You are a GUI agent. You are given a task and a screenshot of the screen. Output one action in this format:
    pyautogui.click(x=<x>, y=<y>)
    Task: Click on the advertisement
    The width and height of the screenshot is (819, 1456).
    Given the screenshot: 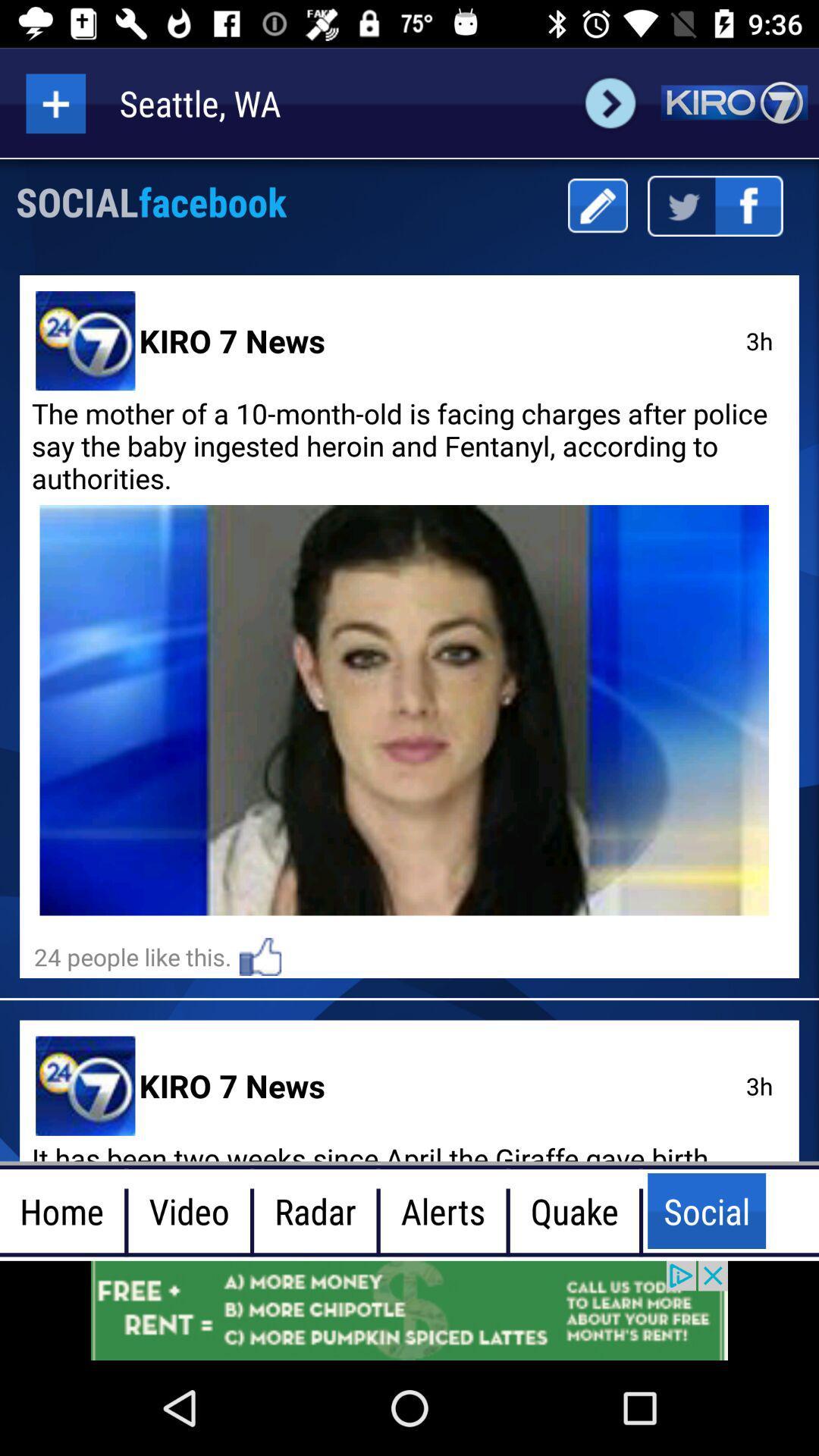 What is the action you would take?
    pyautogui.click(x=409, y=1310)
    